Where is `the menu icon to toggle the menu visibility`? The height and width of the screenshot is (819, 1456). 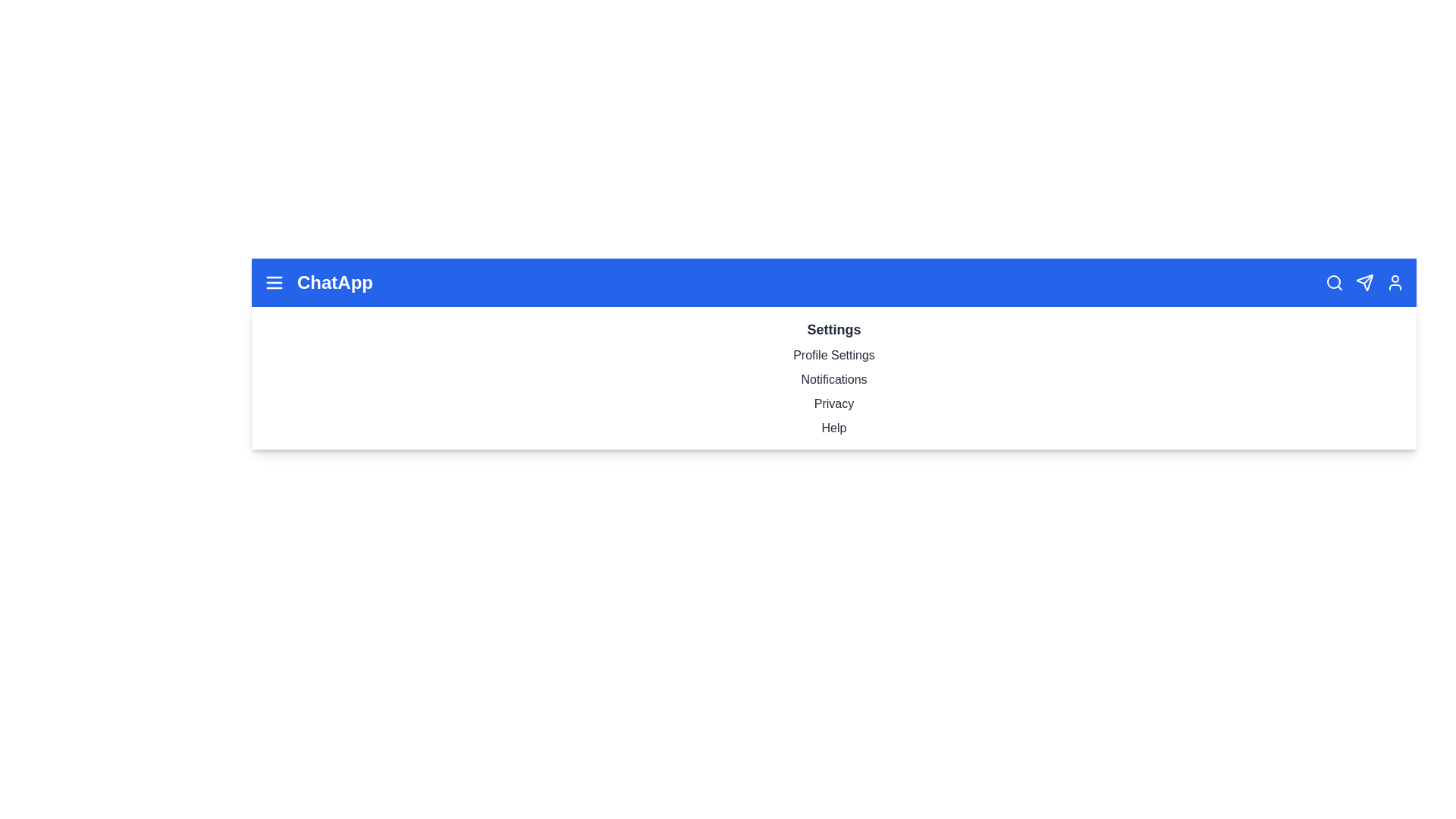
the menu icon to toggle the menu visibility is located at coordinates (274, 283).